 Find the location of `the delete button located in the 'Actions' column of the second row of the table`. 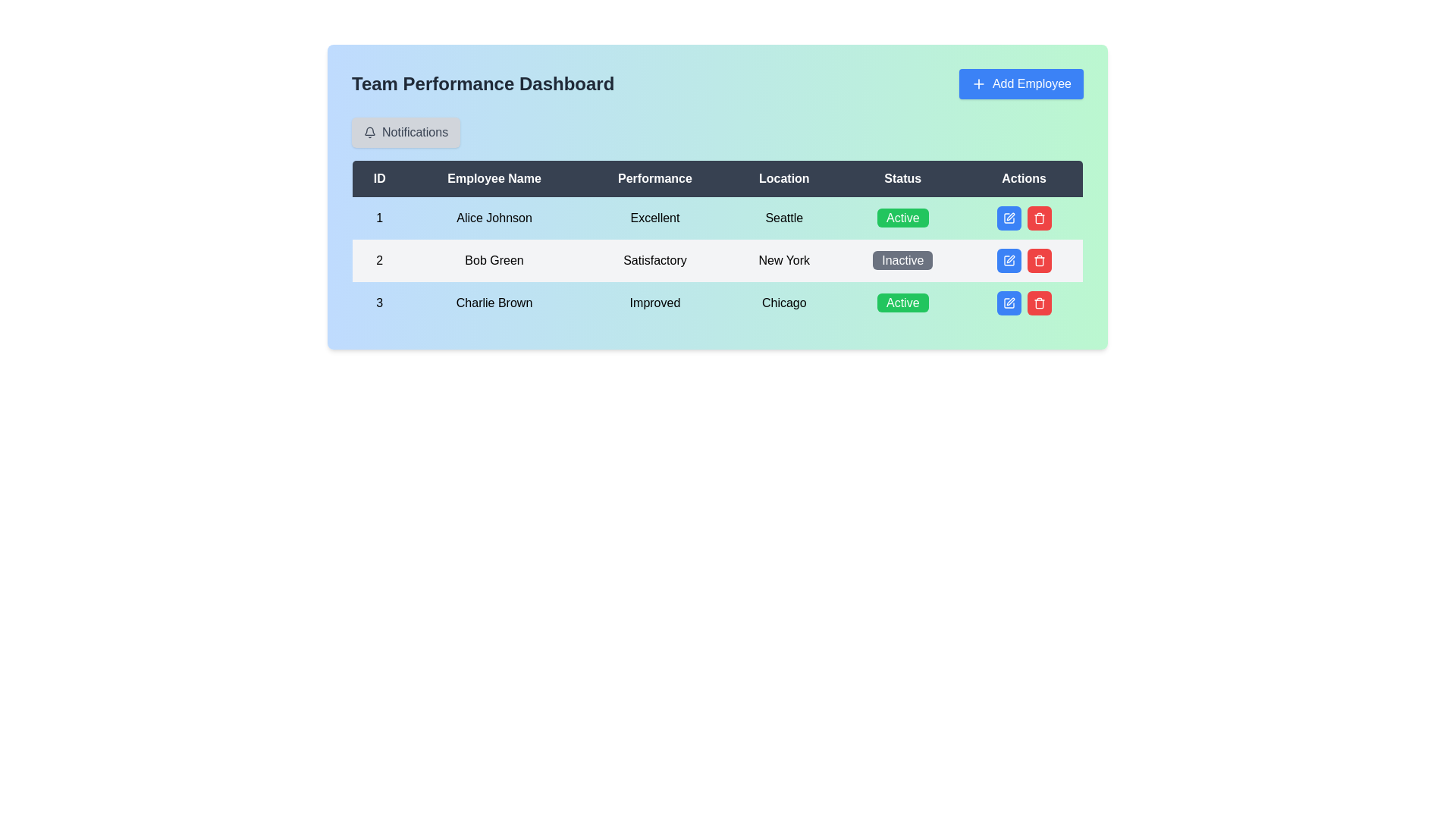

the delete button located in the 'Actions' column of the second row of the table is located at coordinates (1037, 218).